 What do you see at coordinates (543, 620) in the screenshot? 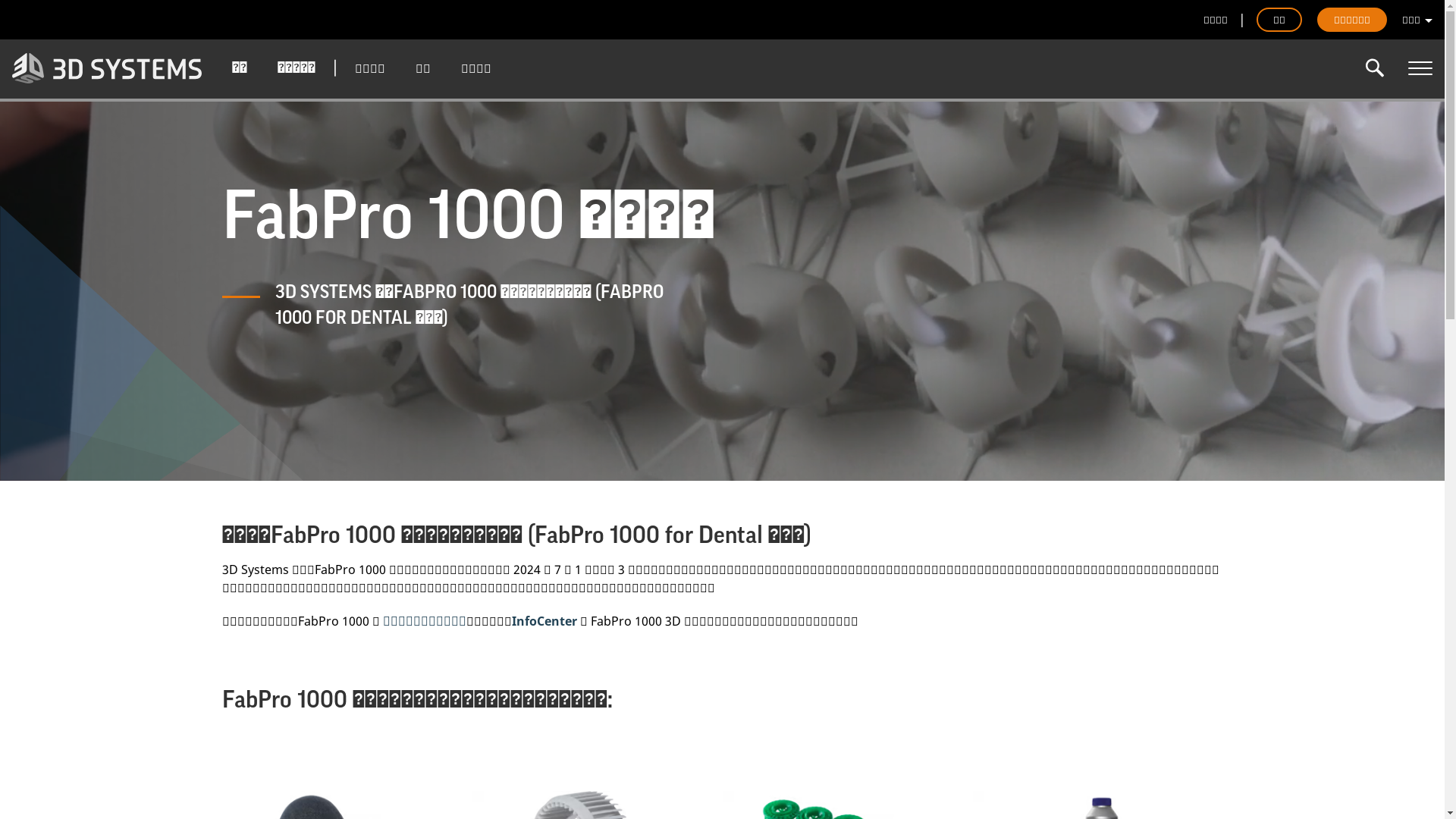
I see `'InfoCenter'` at bounding box center [543, 620].